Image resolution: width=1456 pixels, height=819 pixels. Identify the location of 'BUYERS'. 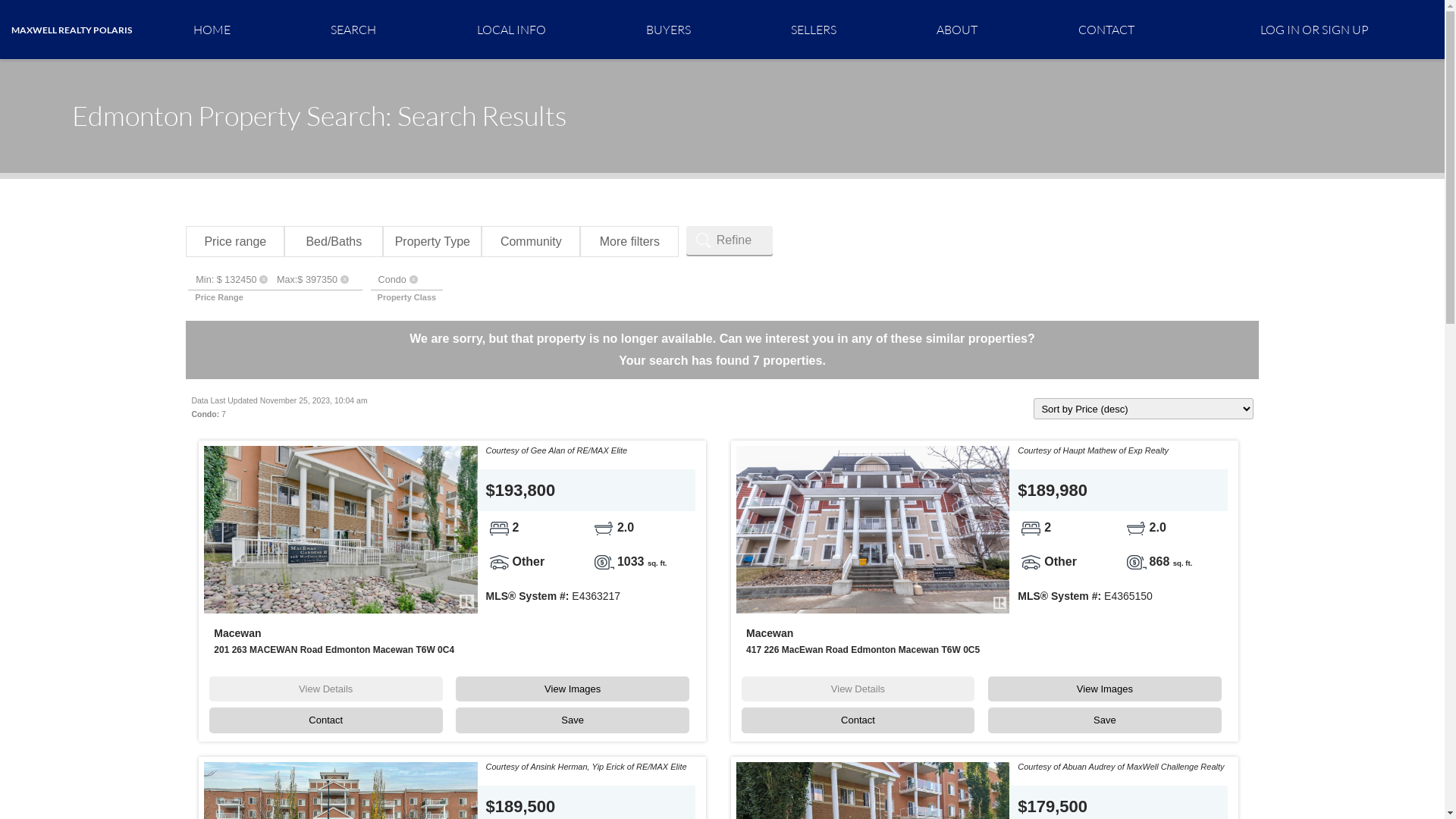
(667, 29).